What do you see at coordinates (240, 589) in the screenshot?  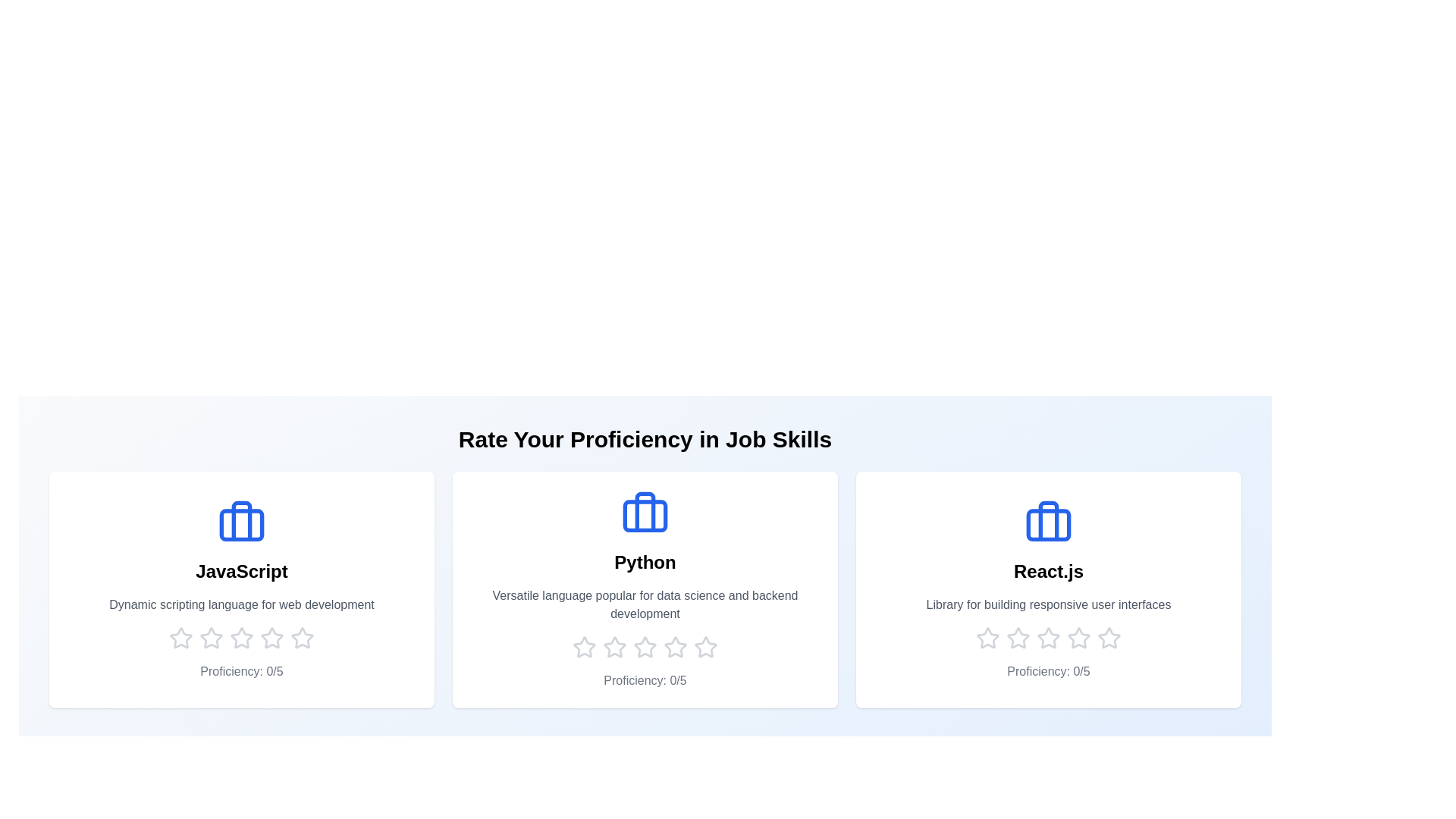 I see `the skill card for JavaScript to see its hover effect` at bounding box center [240, 589].